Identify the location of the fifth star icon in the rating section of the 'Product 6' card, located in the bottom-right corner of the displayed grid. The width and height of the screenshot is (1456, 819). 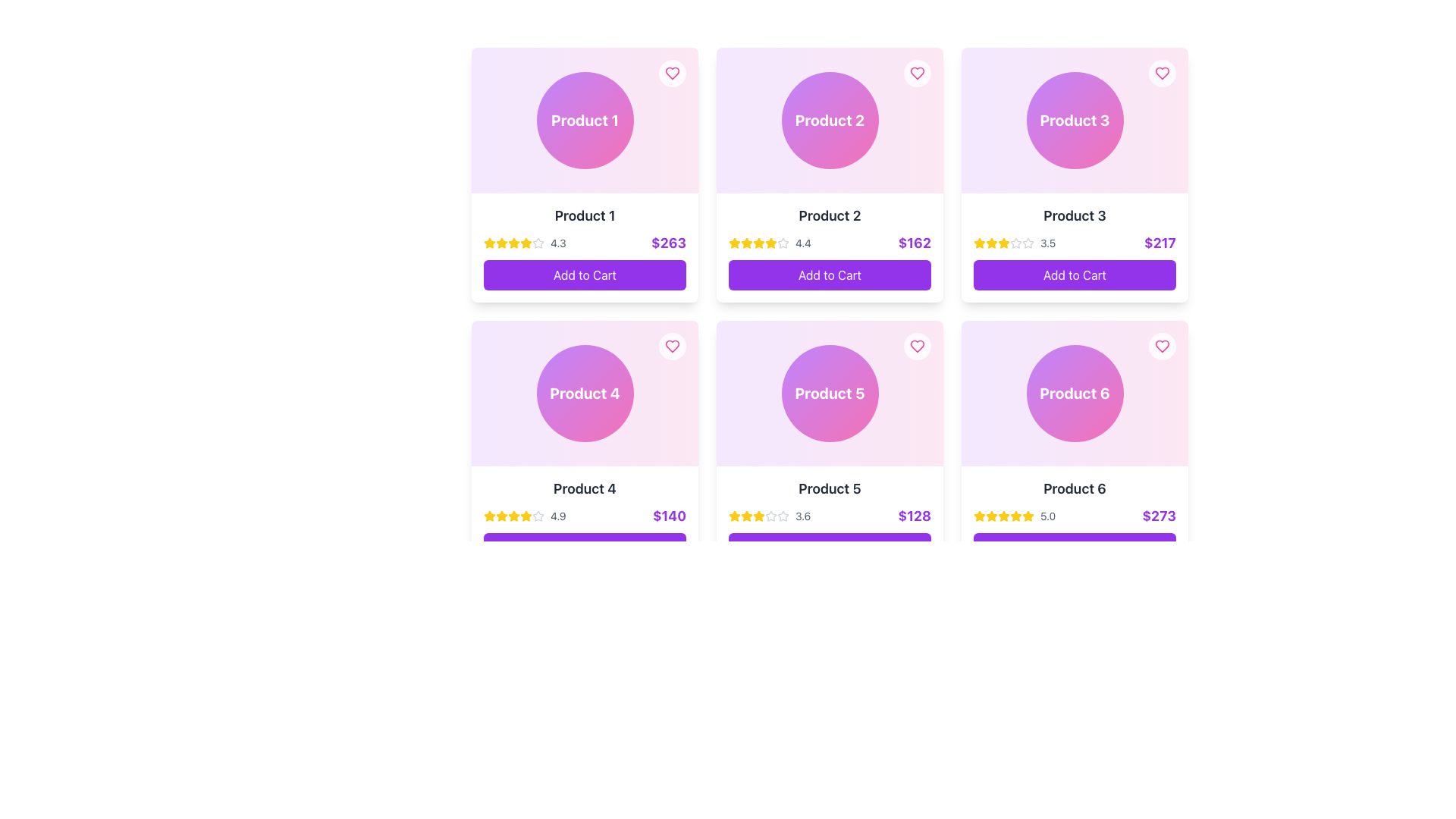
(1004, 516).